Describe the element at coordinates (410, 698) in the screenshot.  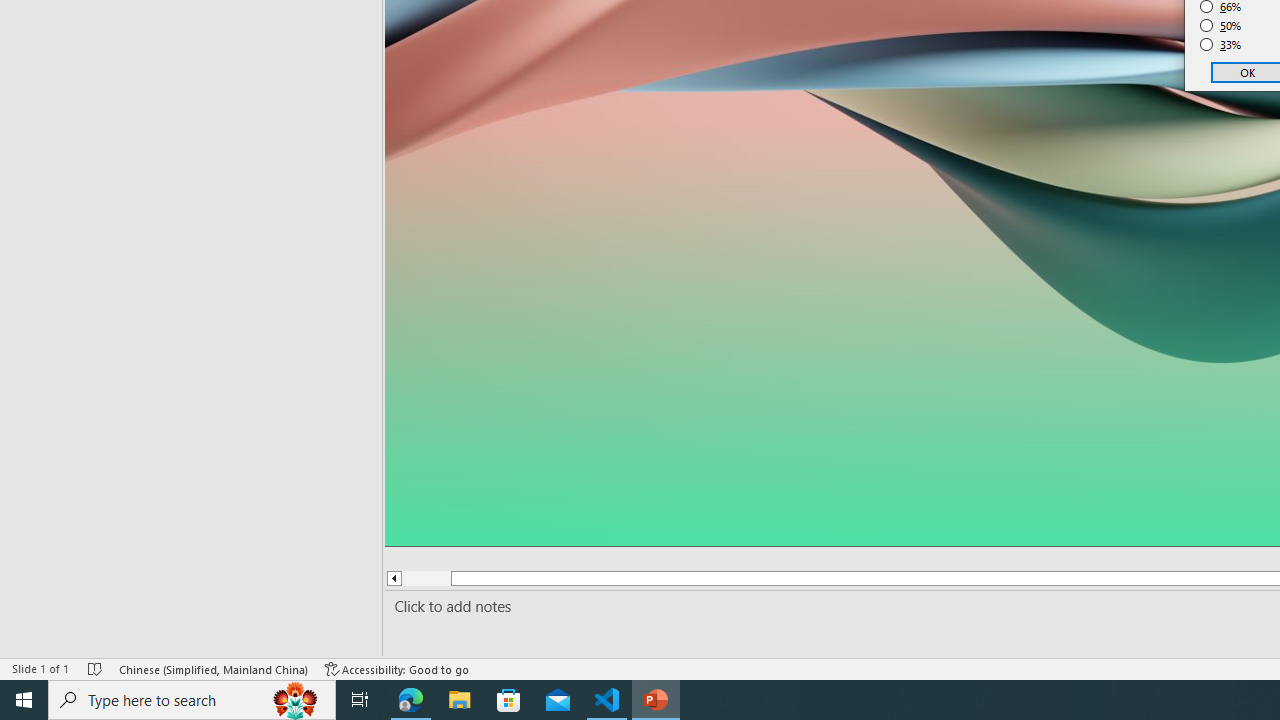
I see `'Microsoft Edge - 1 running window'` at that location.